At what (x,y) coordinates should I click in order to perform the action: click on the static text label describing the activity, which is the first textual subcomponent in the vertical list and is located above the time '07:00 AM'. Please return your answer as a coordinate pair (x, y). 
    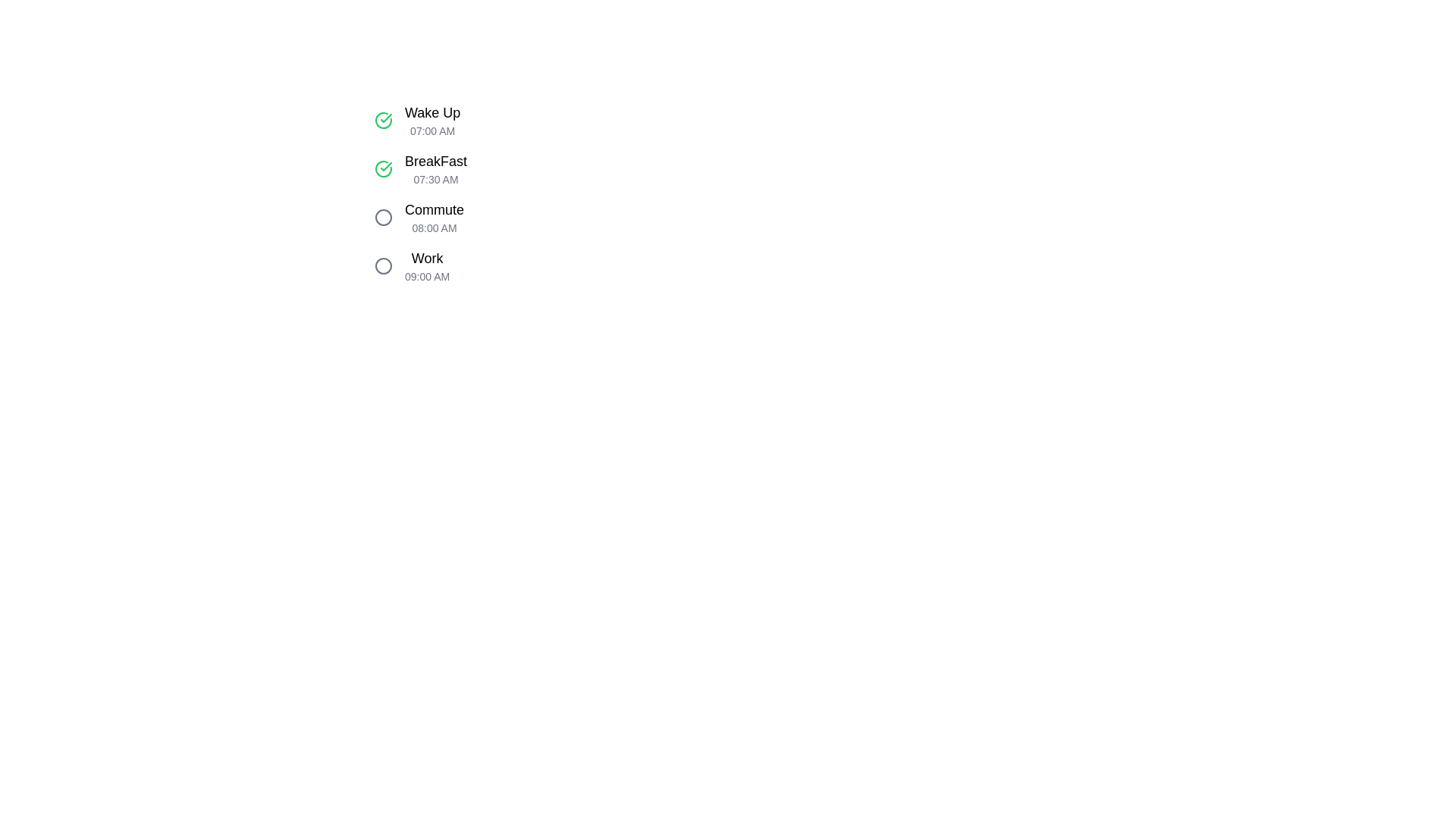
    Looking at the image, I should click on (431, 112).